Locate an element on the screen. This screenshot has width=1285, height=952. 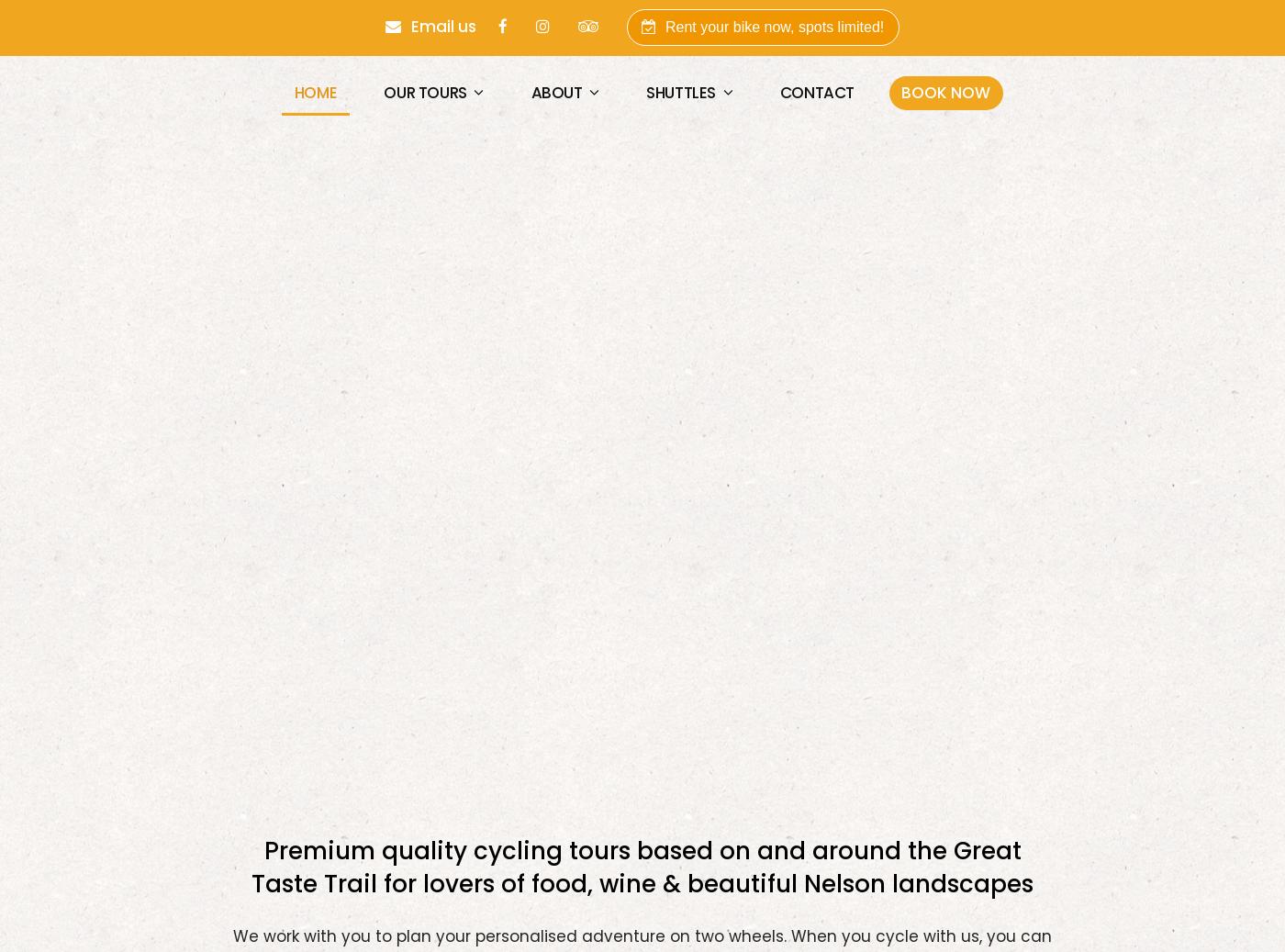
'NELSON, NEW ZEALAND' is located at coordinates (541, 324).